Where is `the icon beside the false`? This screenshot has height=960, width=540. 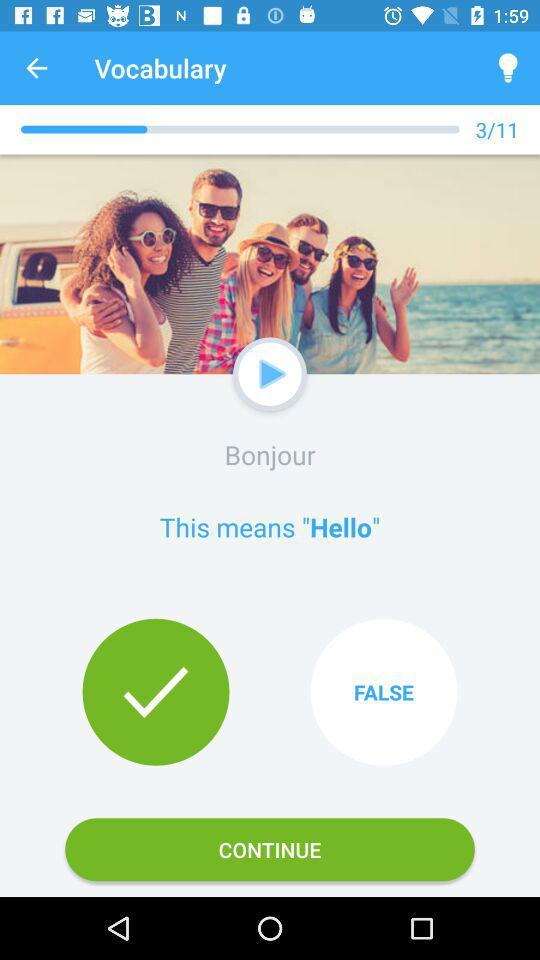 the icon beside the false is located at coordinates (155, 692).